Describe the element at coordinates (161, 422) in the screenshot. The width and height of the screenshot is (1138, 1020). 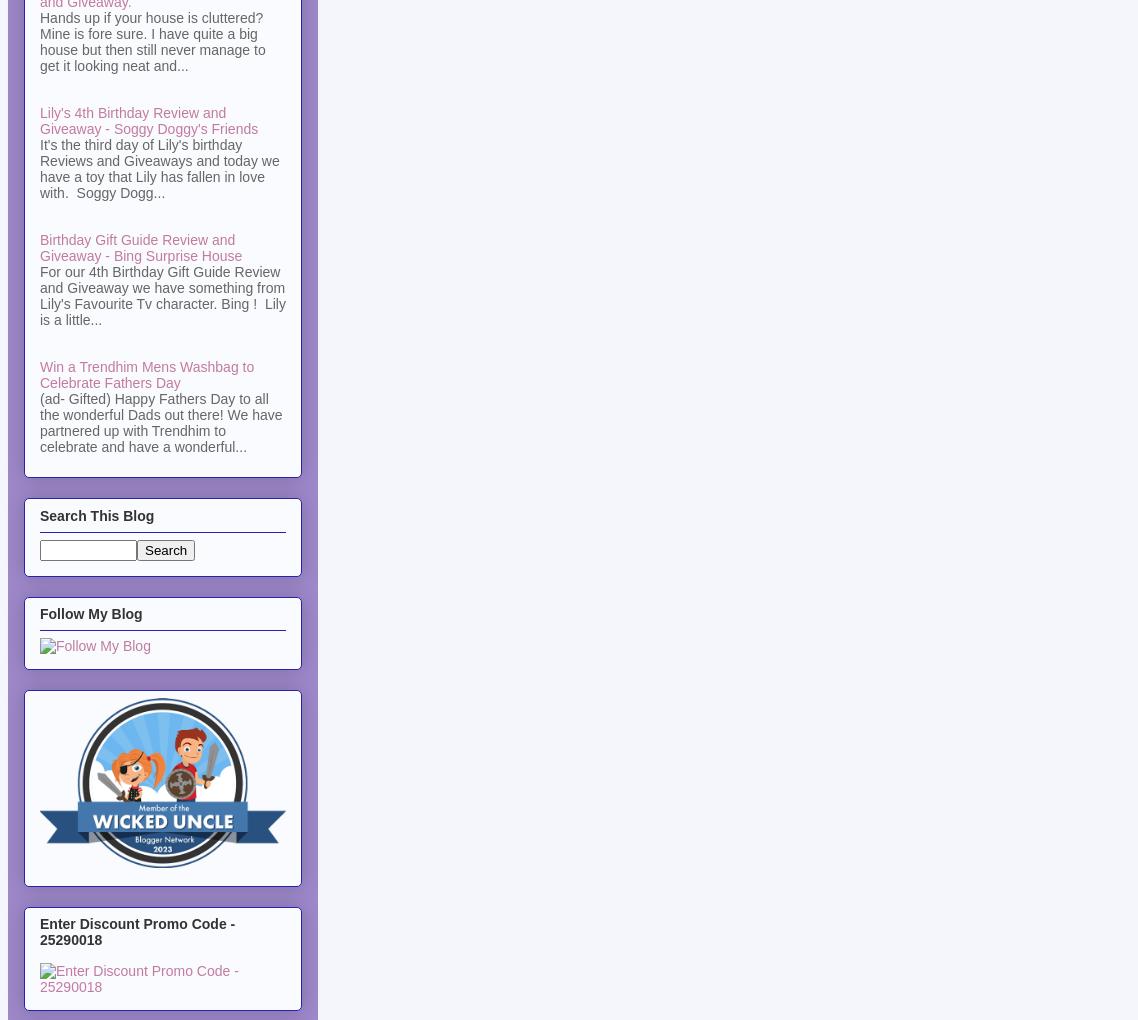
I see `'(ad- Gifted)   Happy Fathers Day to all the wonderful Dads out there!   We have partnered up with Trendhim to celebrate and have a wonderful...'` at that location.